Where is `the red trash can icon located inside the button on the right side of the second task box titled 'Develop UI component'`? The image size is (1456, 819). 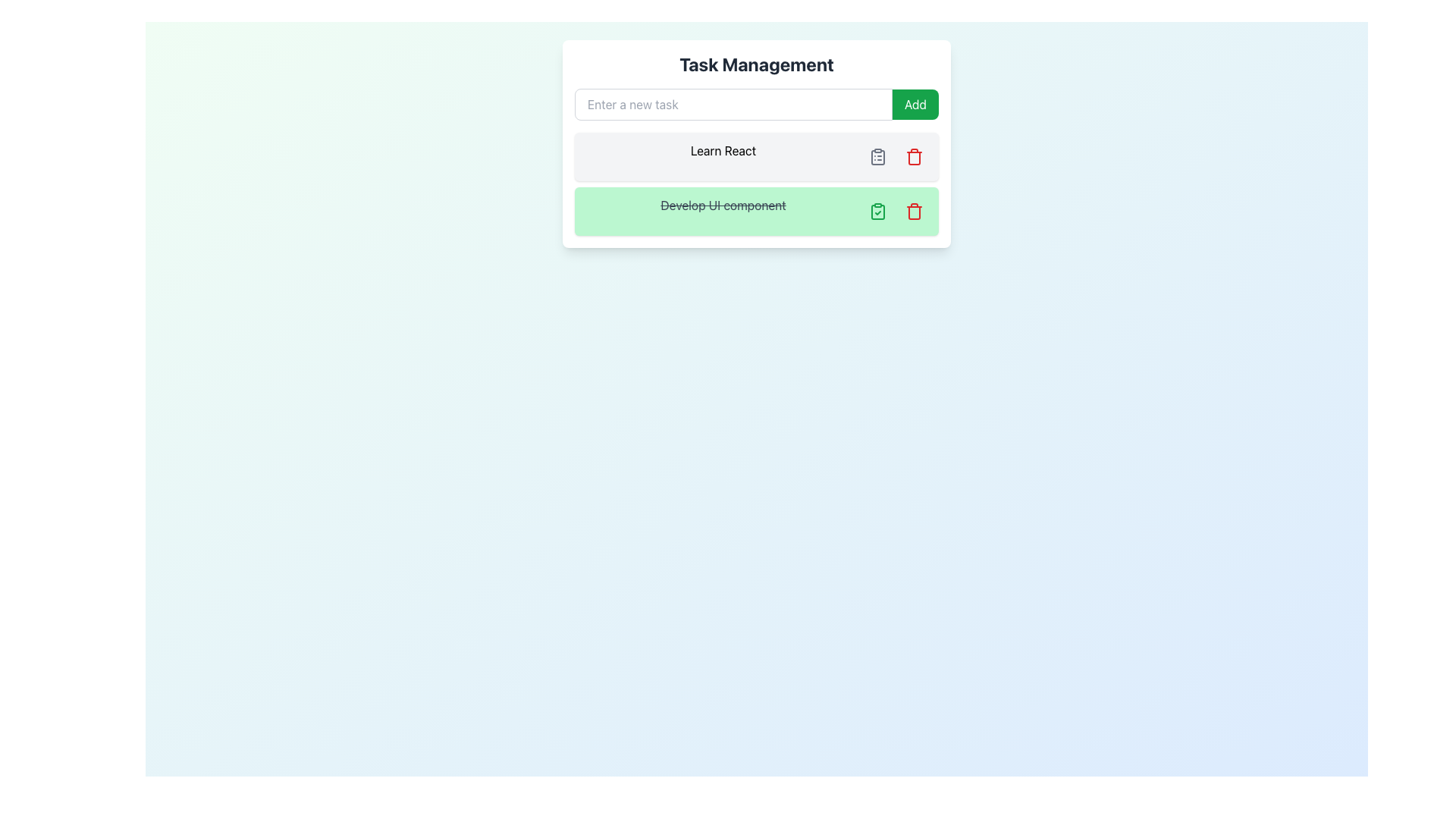 the red trash can icon located inside the button on the right side of the second task box titled 'Develop UI component' is located at coordinates (913, 158).